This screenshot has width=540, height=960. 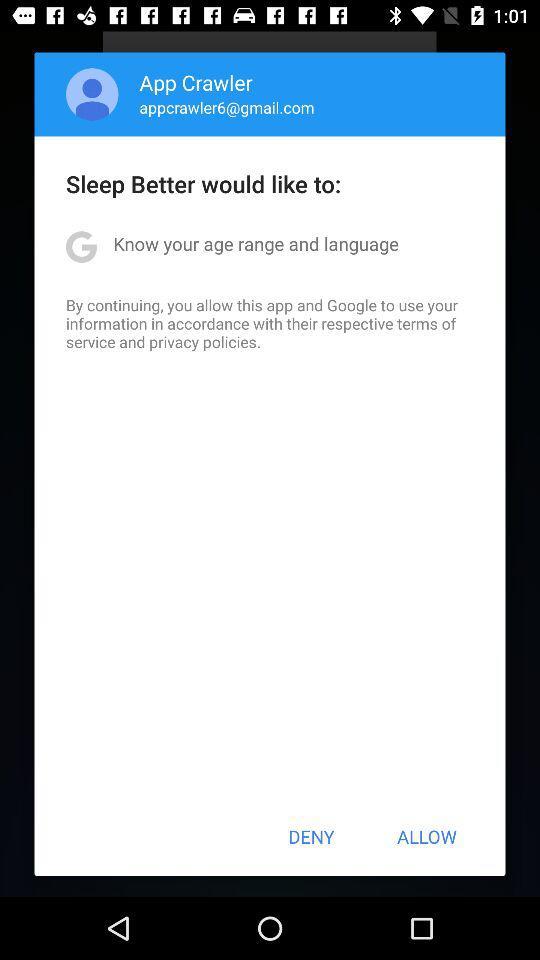 What do you see at coordinates (256, 242) in the screenshot?
I see `the app below the sleep better would item` at bounding box center [256, 242].